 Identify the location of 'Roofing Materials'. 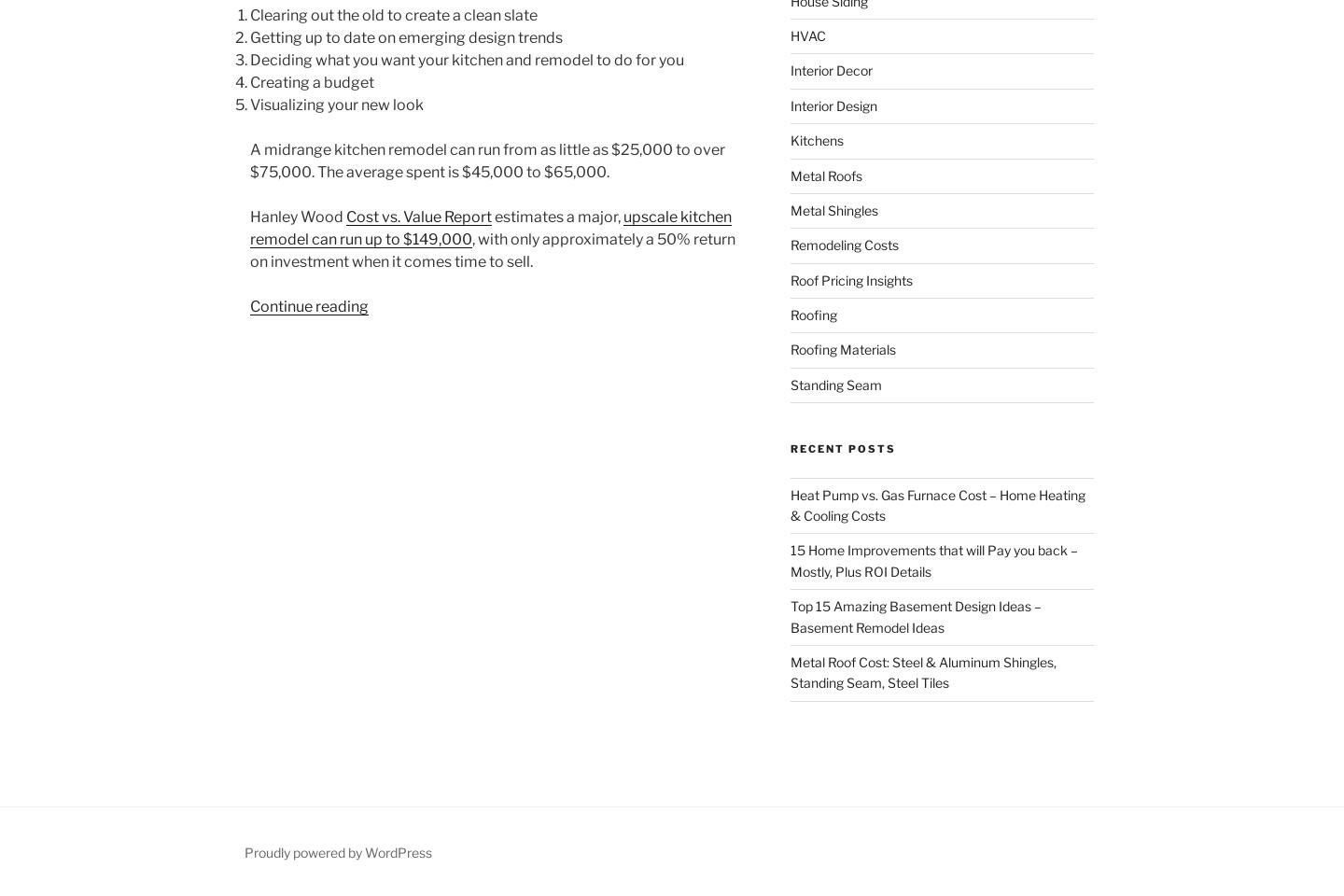
(842, 348).